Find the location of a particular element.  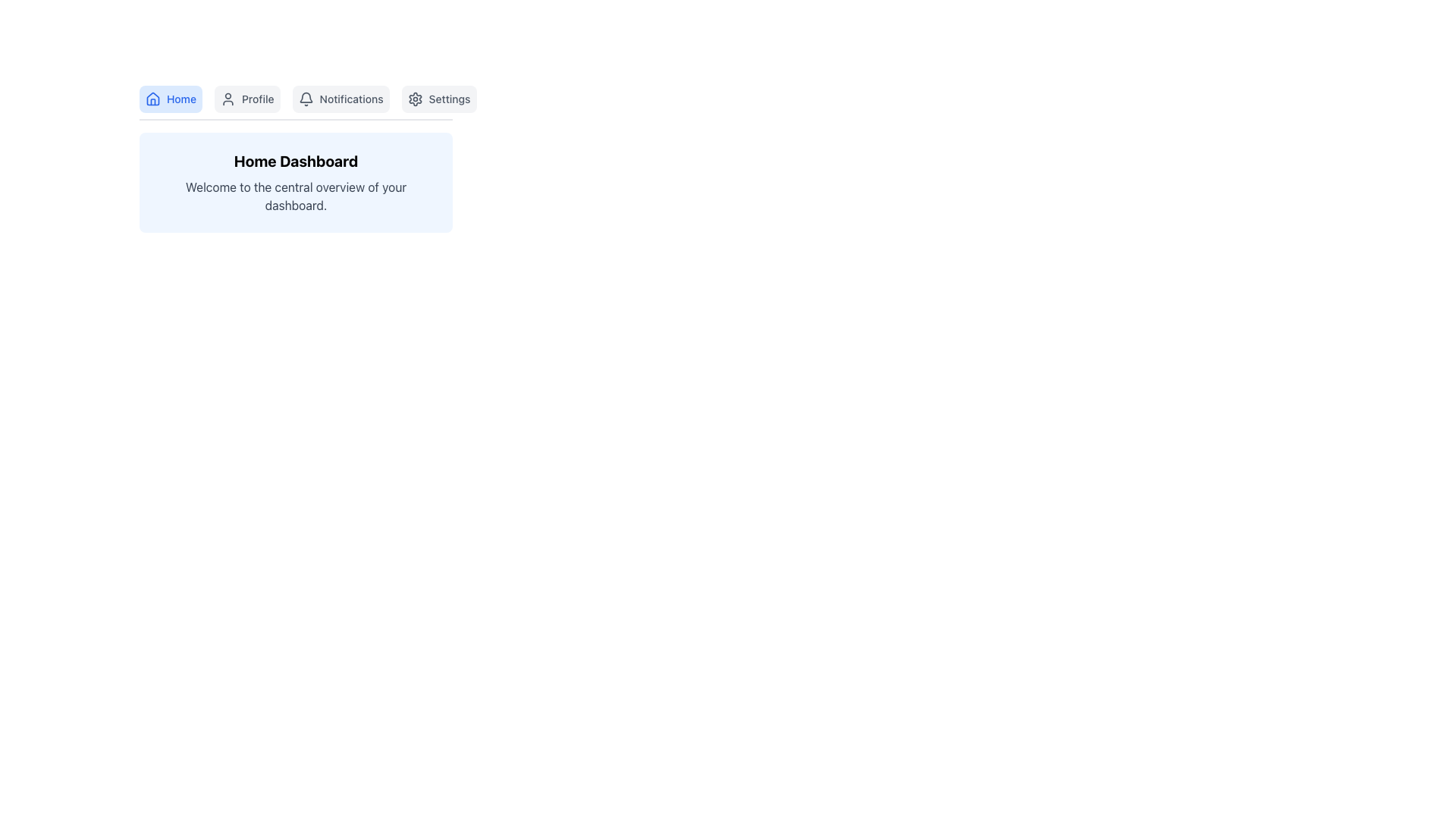

the 'Home Dashboard' text label, which is a bold textual display in black, positioned at the top of a light blue box below the navigation bar is located at coordinates (296, 161).